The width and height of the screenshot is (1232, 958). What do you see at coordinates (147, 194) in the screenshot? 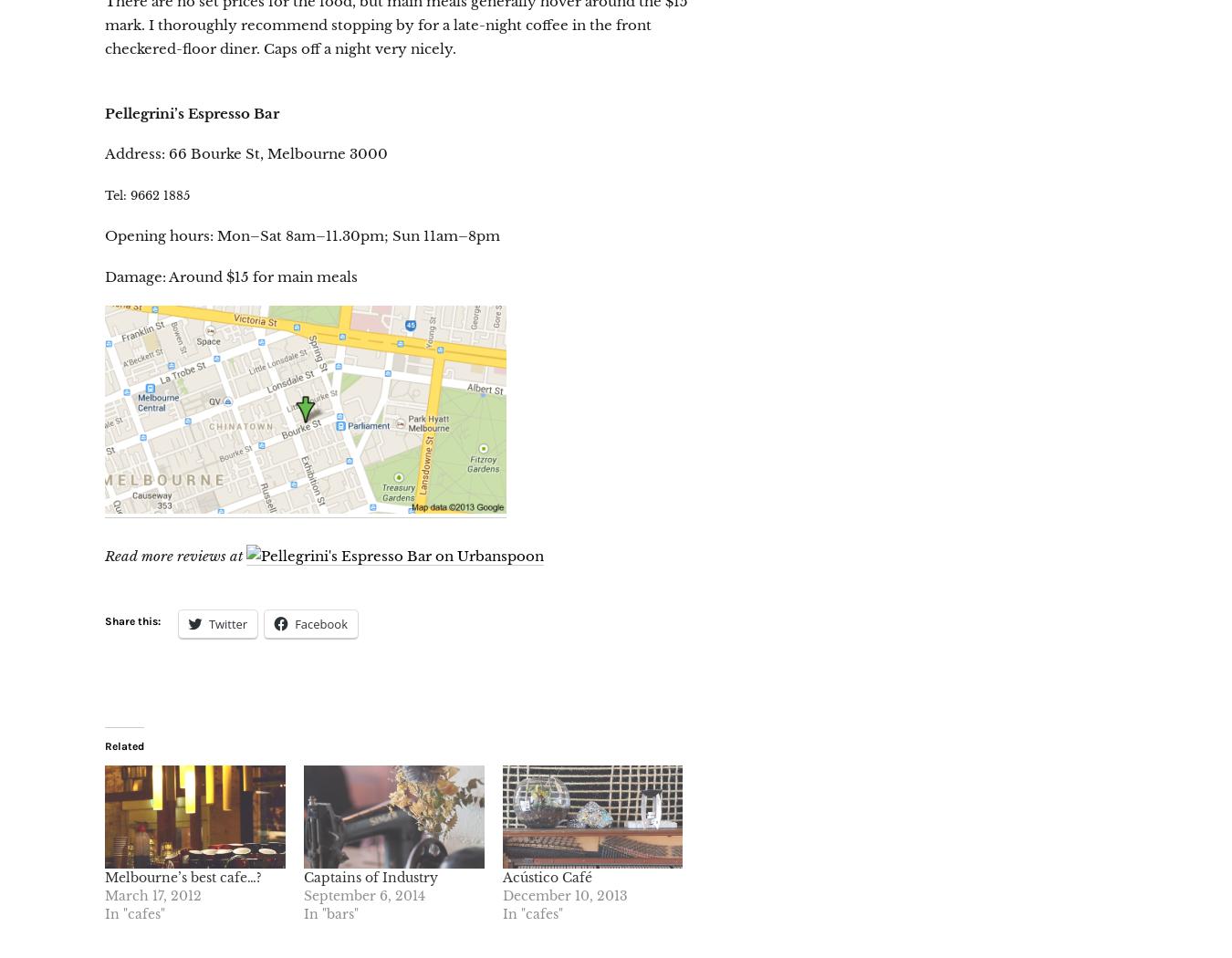
I see `'Tel: 9662 1885'` at bounding box center [147, 194].